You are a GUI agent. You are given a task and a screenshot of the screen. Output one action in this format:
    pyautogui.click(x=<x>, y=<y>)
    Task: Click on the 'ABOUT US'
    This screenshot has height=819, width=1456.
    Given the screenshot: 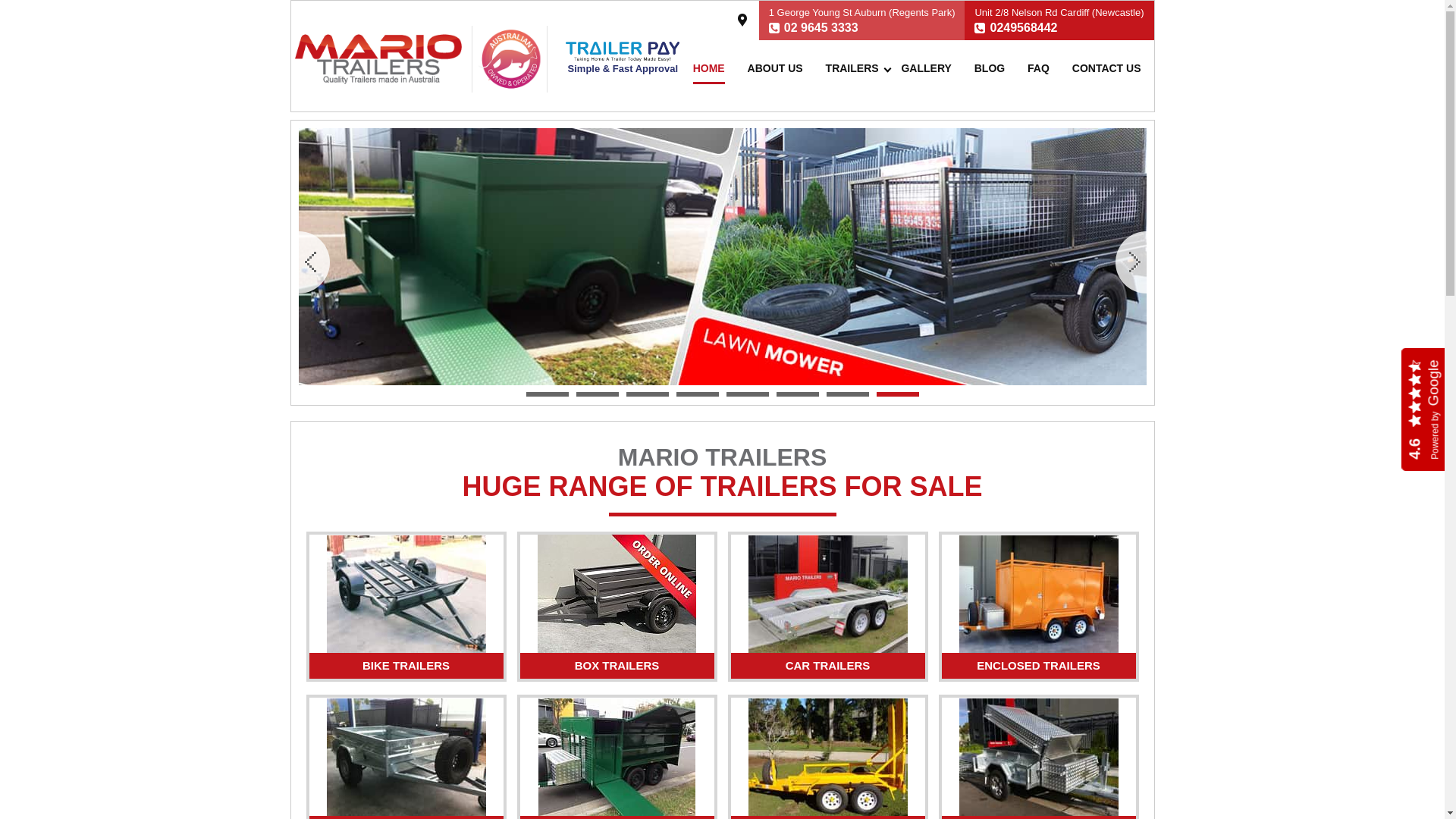 What is the action you would take?
    pyautogui.click(x=775, y=67)
    